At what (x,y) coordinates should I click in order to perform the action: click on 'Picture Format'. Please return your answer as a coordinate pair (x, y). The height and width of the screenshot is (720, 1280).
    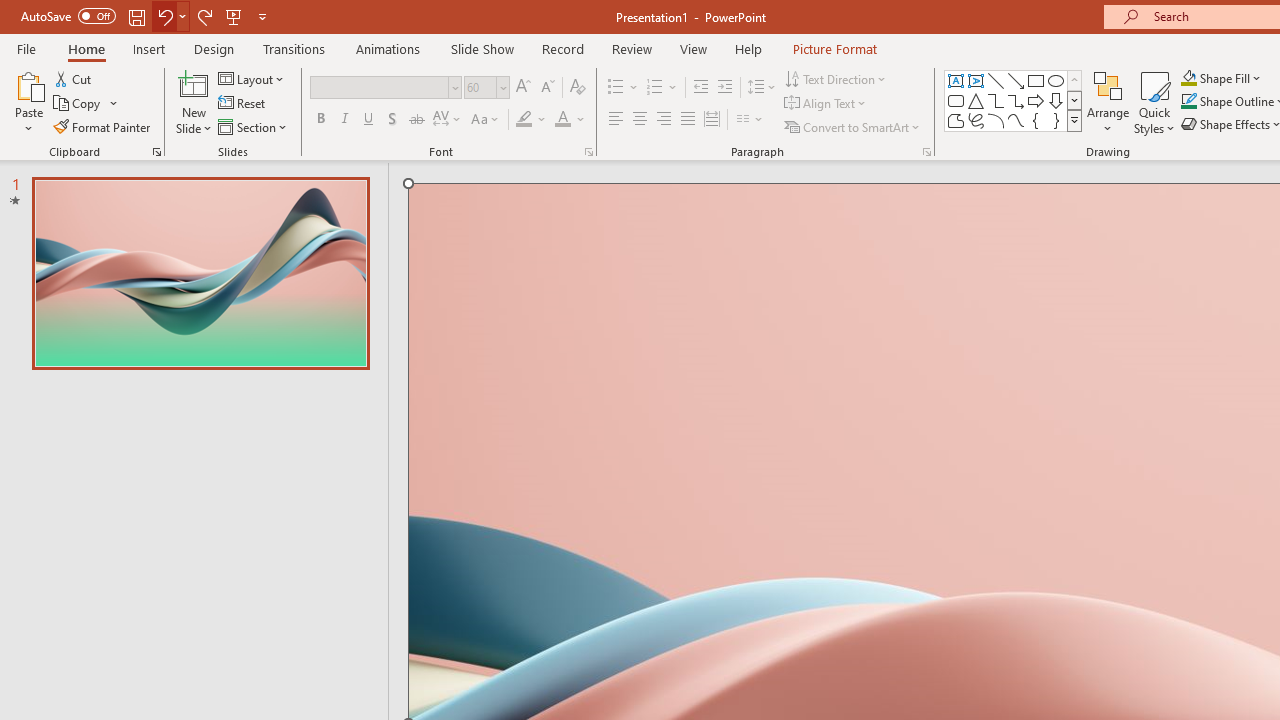
    Looking at the image, I should click on (835, 48).